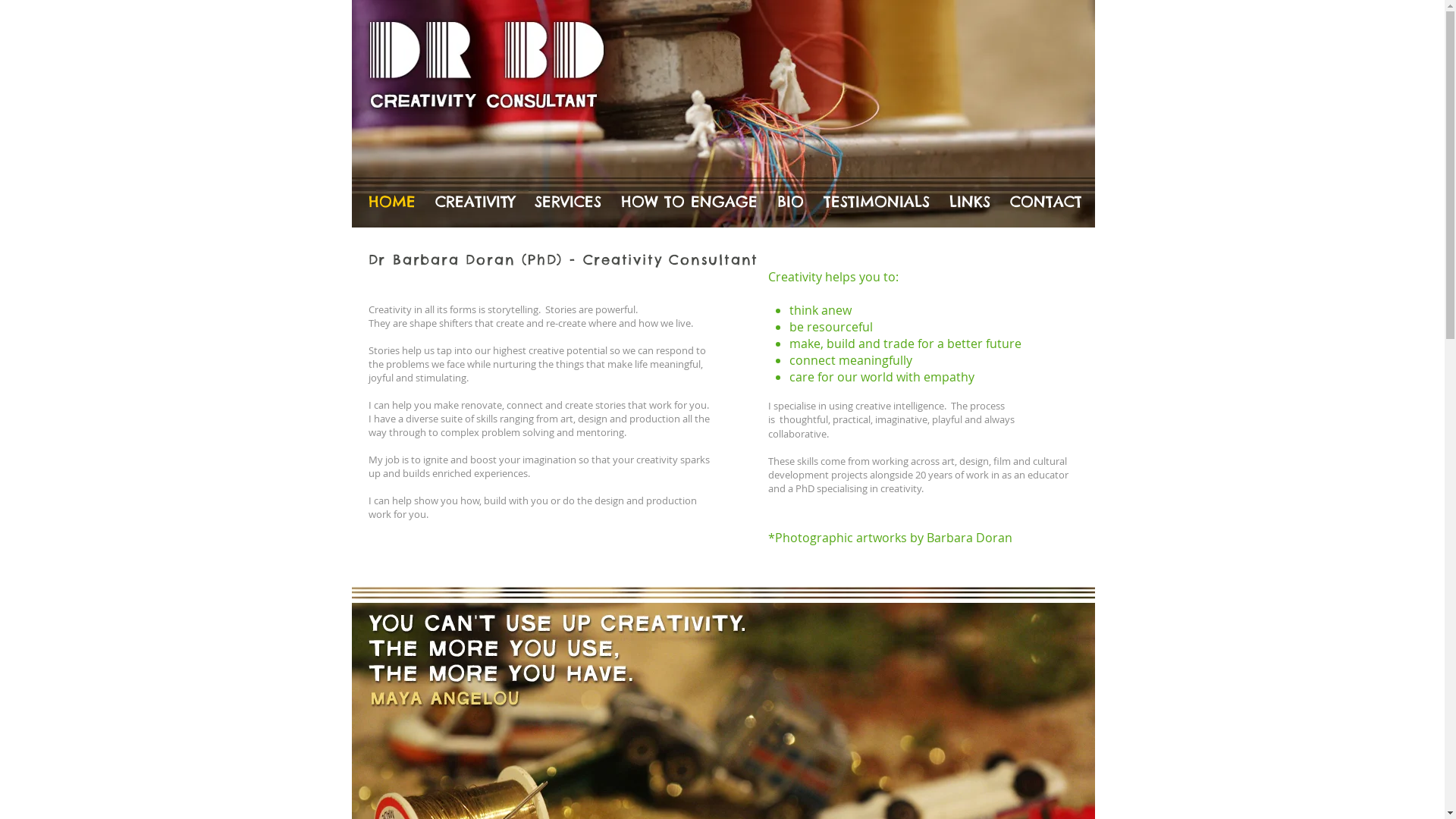 Image resolution: width=1456 pixels, height=819 pixels. What do you see at coordinates (611, 200) in the screenshot?
I see `'HOW TO ENGAGE'` at bounding box center [611, 200].